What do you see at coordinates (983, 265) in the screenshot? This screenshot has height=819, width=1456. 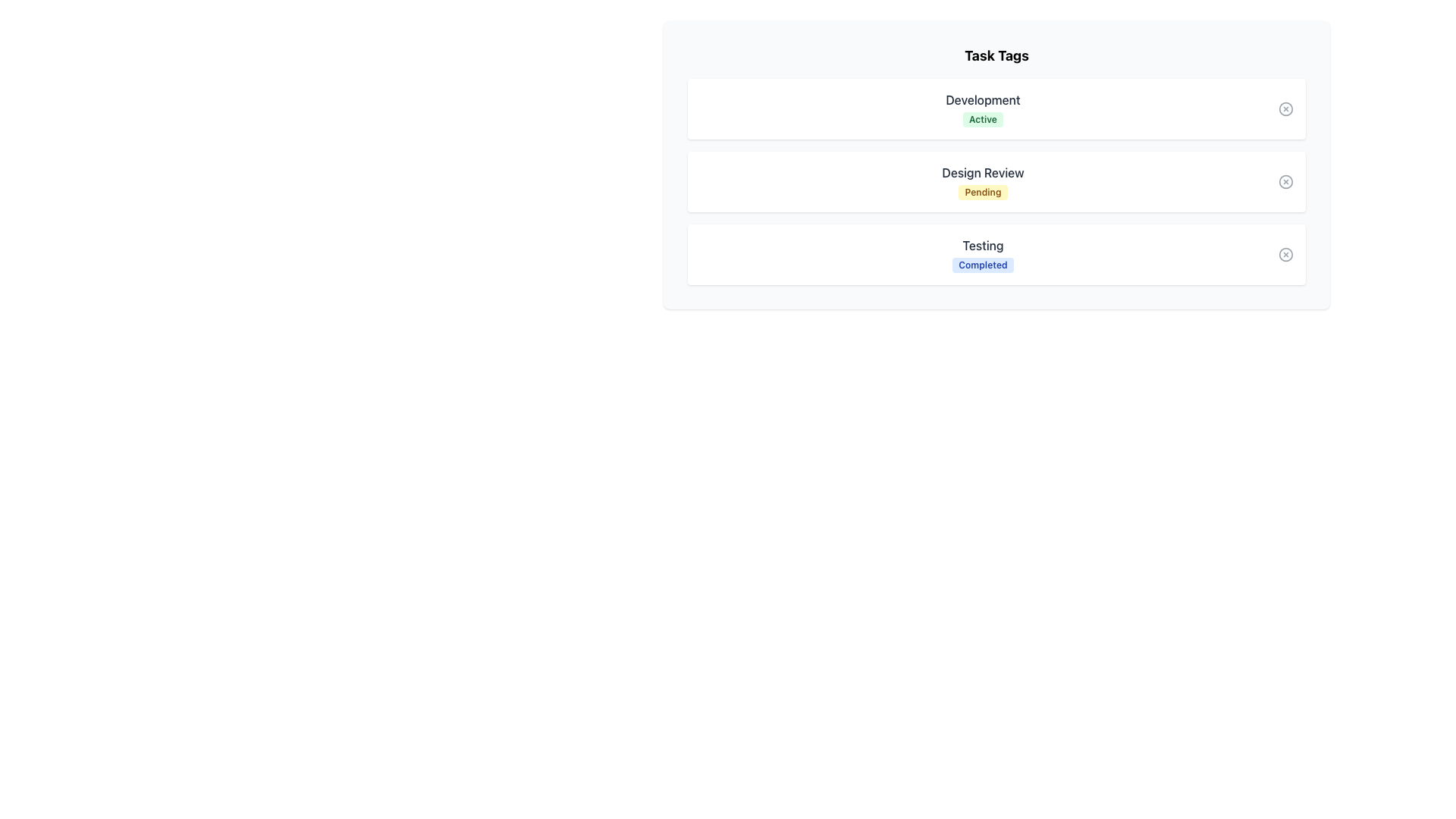 I see `status text from the 'Completed' status badge, which is a light blue rectangular badge with rounded corners located to the right of the 'Testing' text in the third row of the 'Task Tags' list` at bounding box center [983, 265].